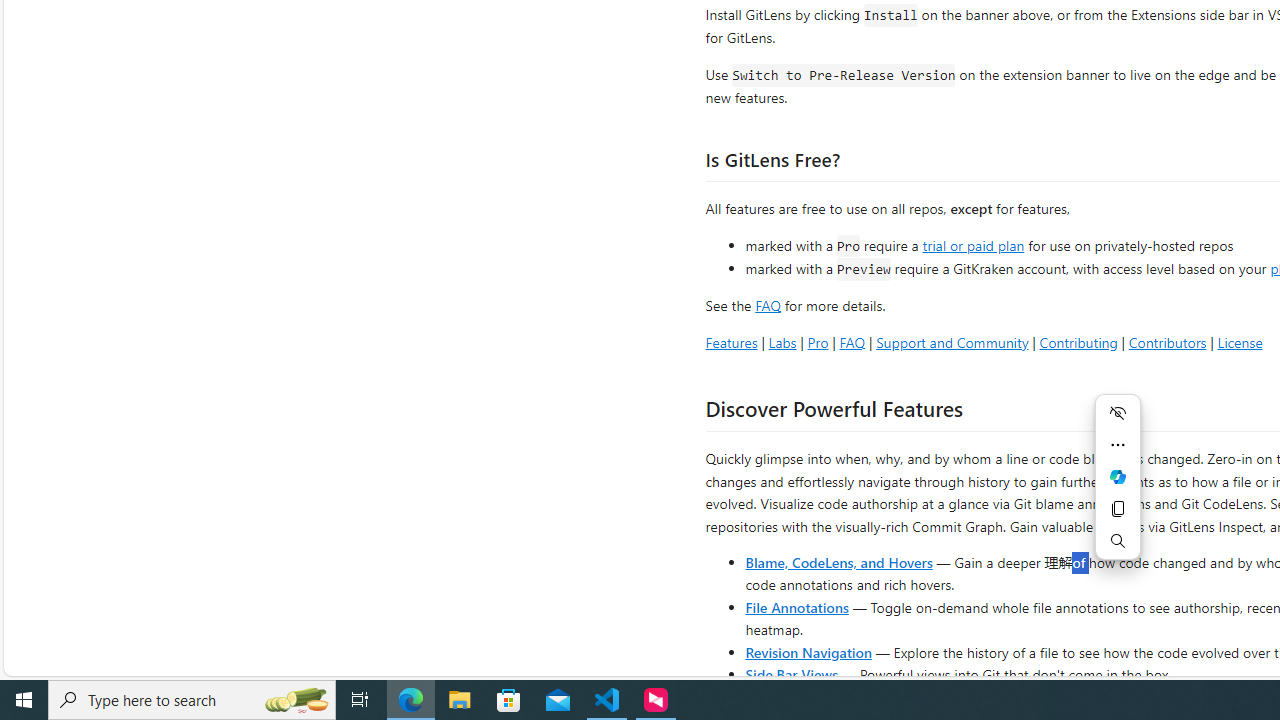 Image resolution: width=1280 pixels, height=720 pixels. Describe the element at coordinates (839, 561) in the screenshot. I see `'Blame, CodeLens, and Hovers'` at that location.